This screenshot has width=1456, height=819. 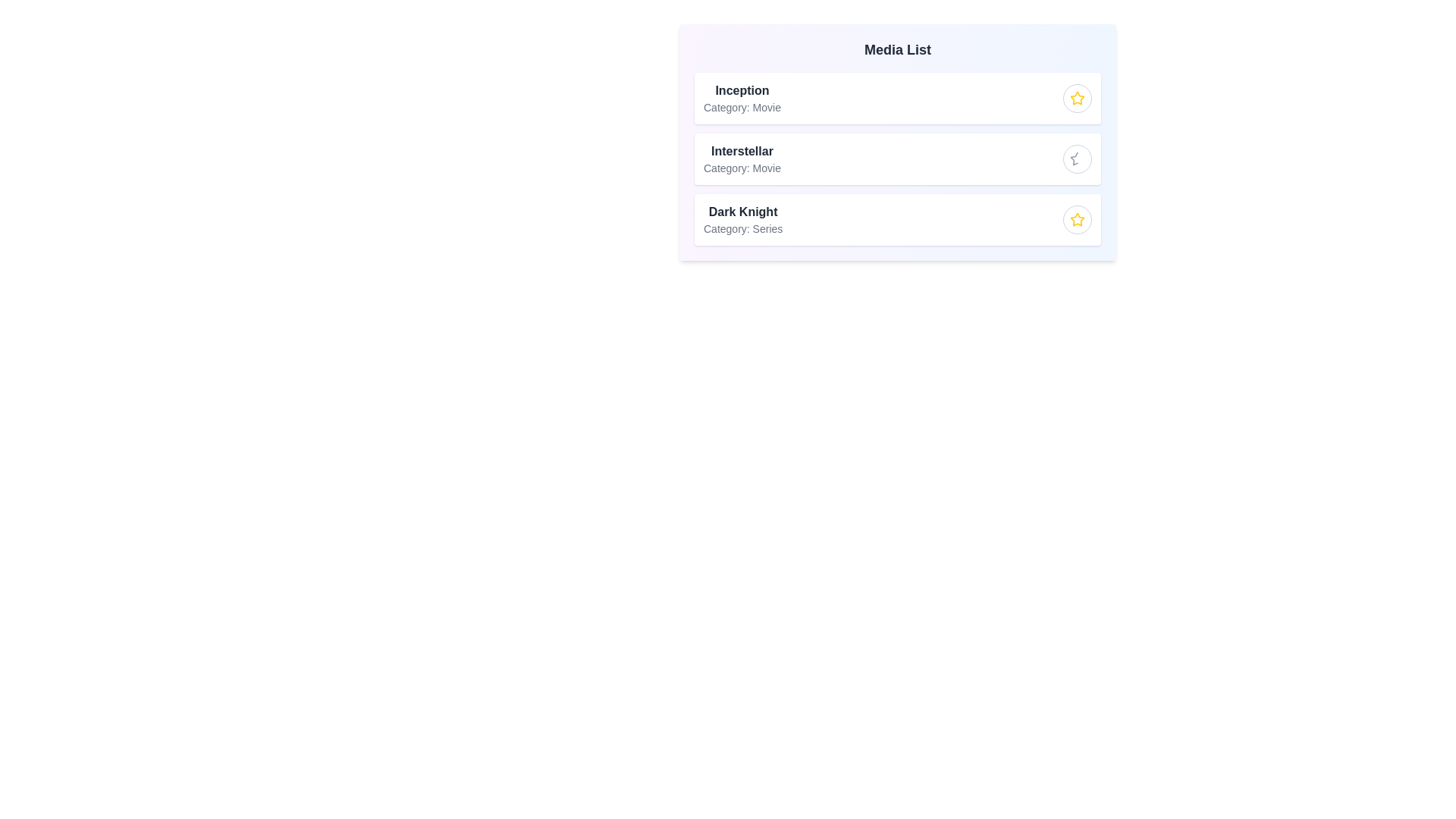 What do you see at coordinates (1076, 219) in the screenshot?
I see `star icon of the media item titled 'Dark Knight' to toggle its 'starred' status` at bounding box center [1076, 219].